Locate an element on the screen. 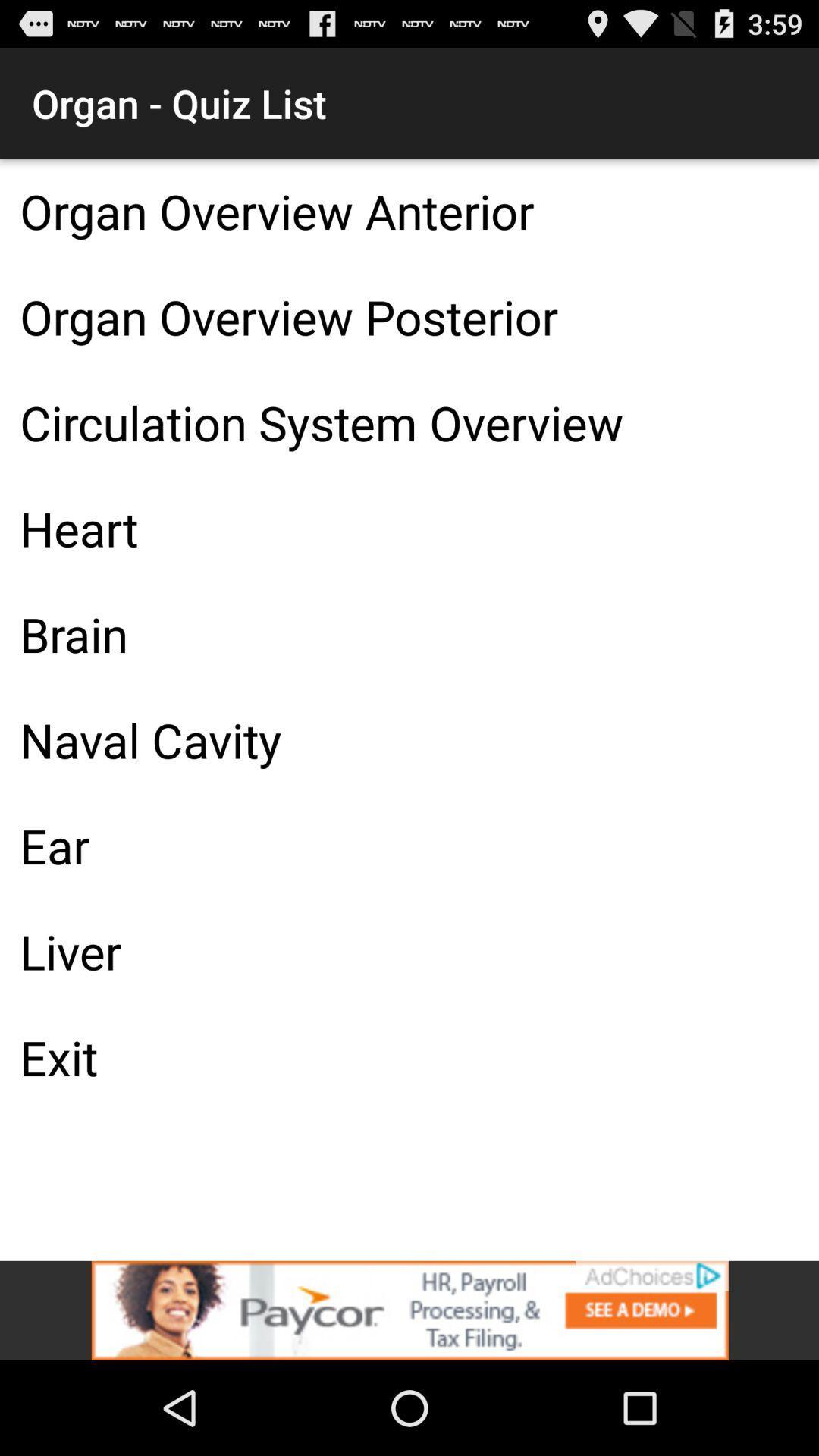 Image resolution: width=819 pixels, height=1456 pixels. the add is located at coordinates (409, 1310).